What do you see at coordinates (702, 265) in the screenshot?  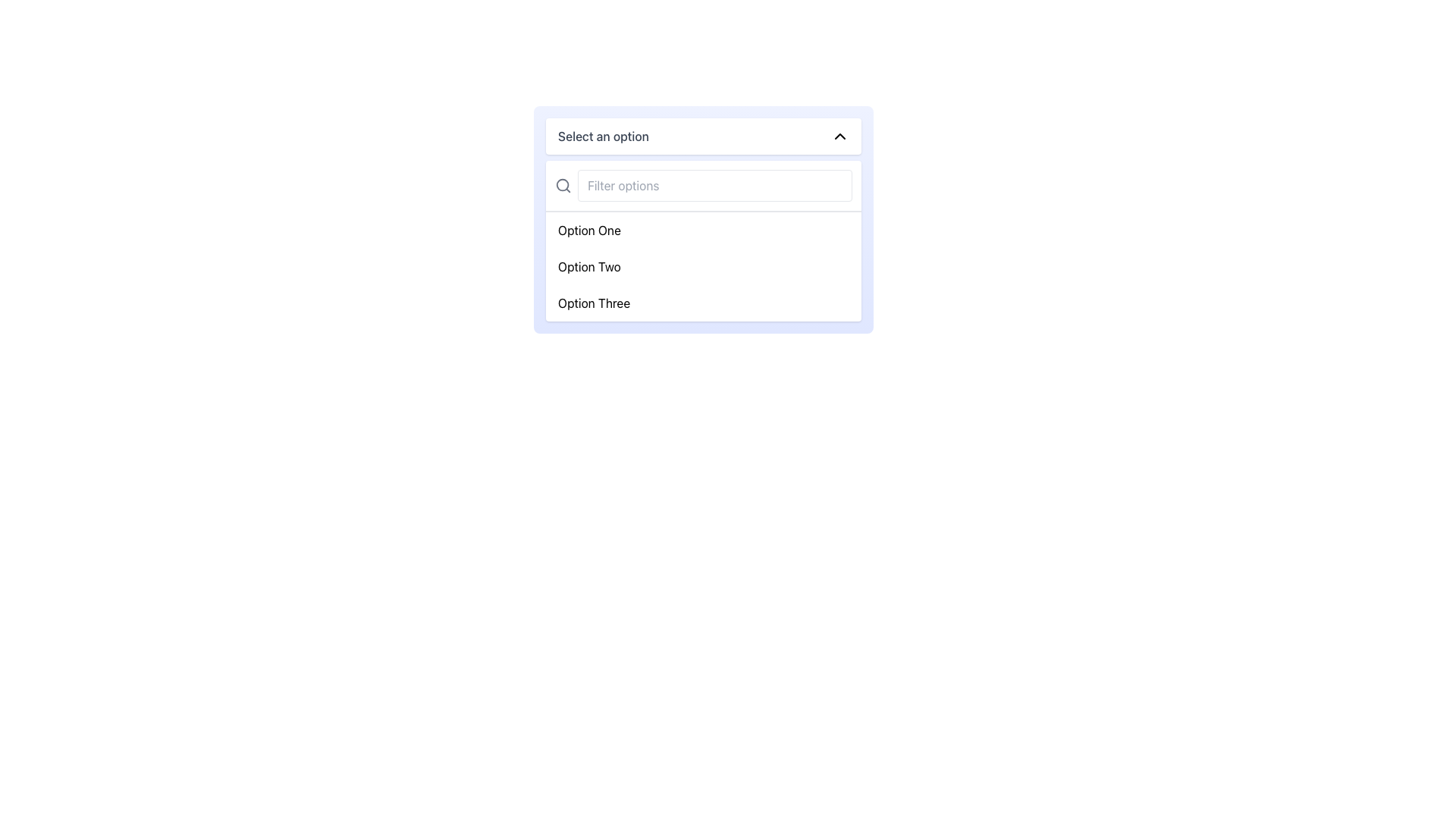 I see `the second item in the dropdown menu, which represents 'Option Two', located below the search bar` at bounding box center [702, 265].